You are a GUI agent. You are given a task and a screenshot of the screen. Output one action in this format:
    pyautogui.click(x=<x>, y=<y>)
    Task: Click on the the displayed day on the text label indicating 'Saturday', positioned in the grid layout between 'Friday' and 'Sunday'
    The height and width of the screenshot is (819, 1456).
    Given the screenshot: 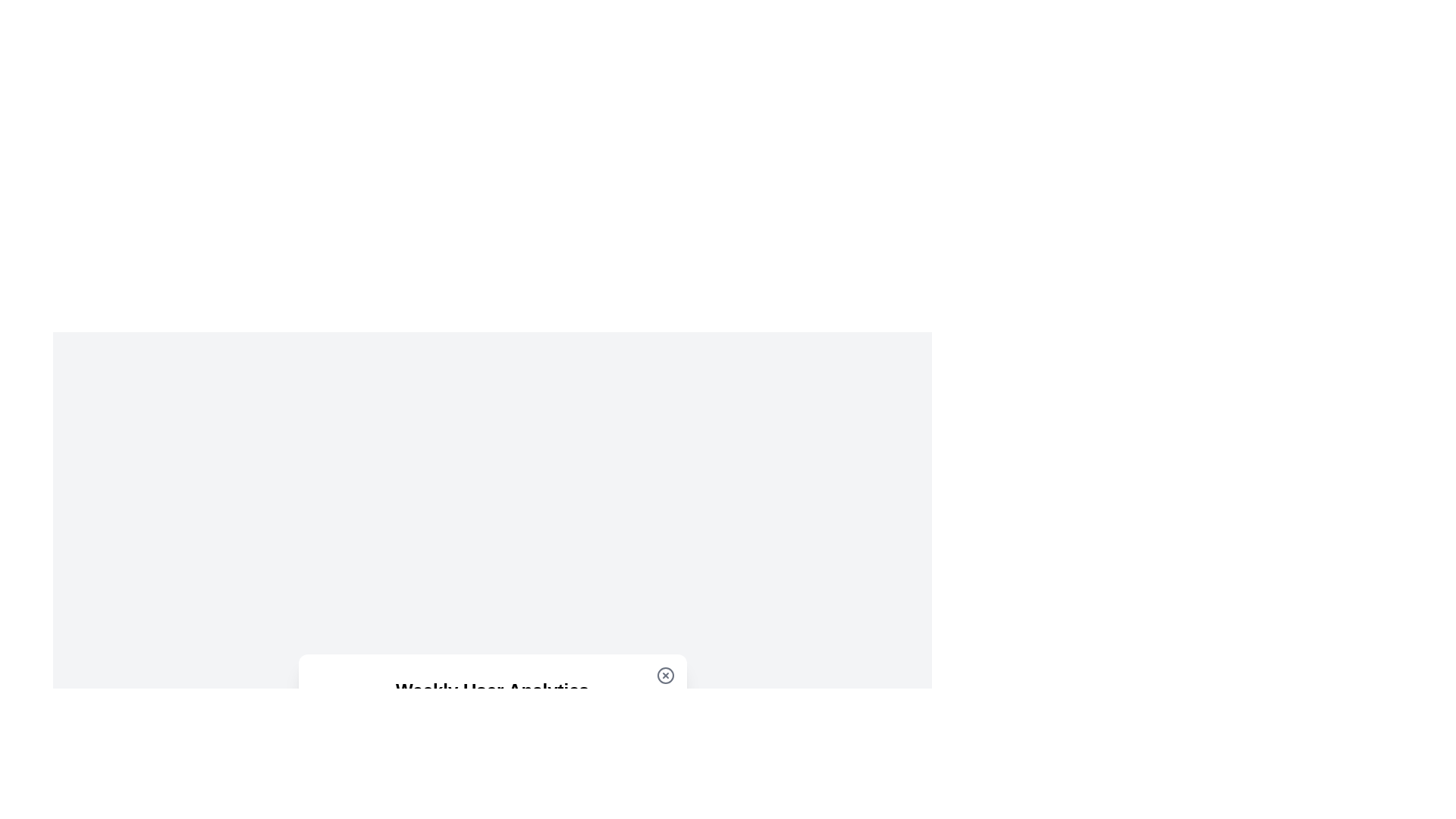 What is the action you would take?
    pyautogui.click(x=590, y=741)
    